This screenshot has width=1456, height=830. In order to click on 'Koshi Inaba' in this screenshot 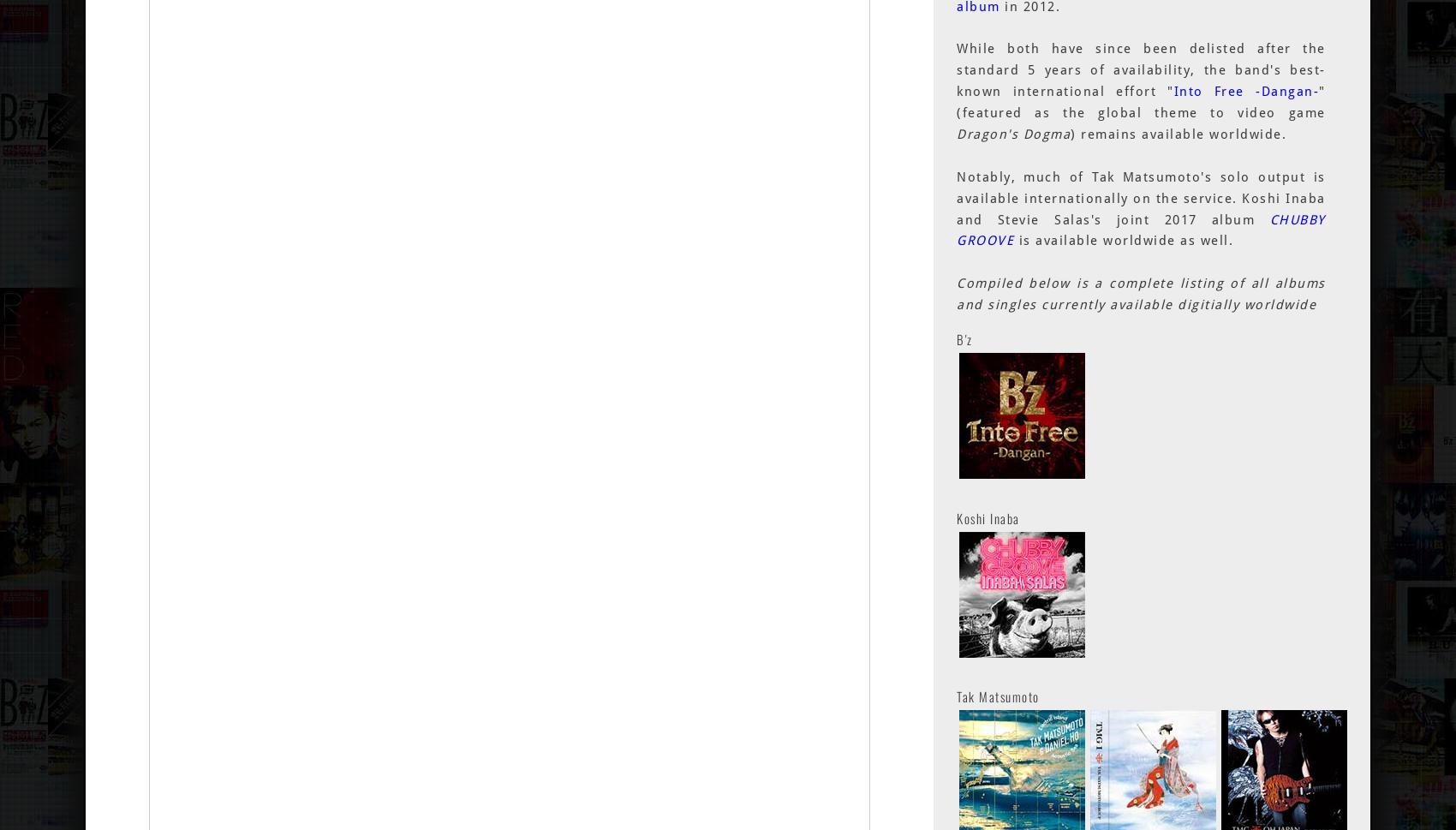, I will do `click(988, 516)`.